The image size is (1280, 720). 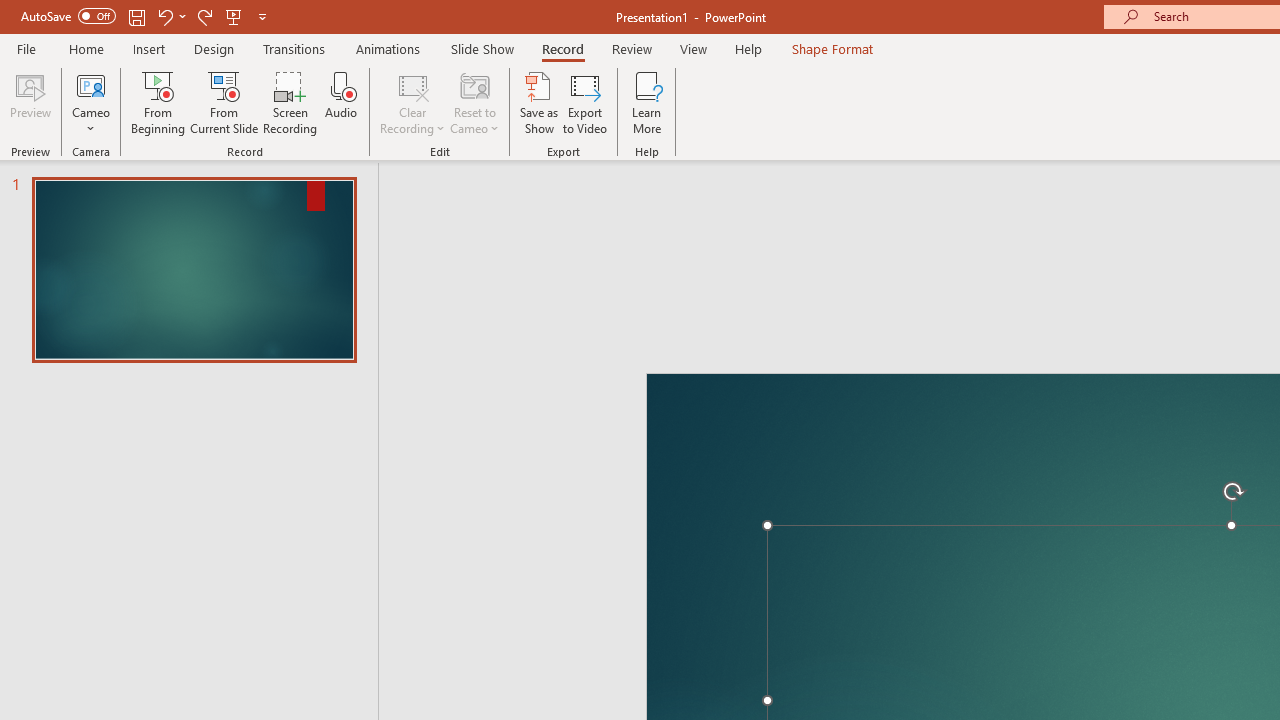 What do you see at coordinates (148, 48) in the screenshot?
I see `'Insert'` at bounding box center [148, 48].